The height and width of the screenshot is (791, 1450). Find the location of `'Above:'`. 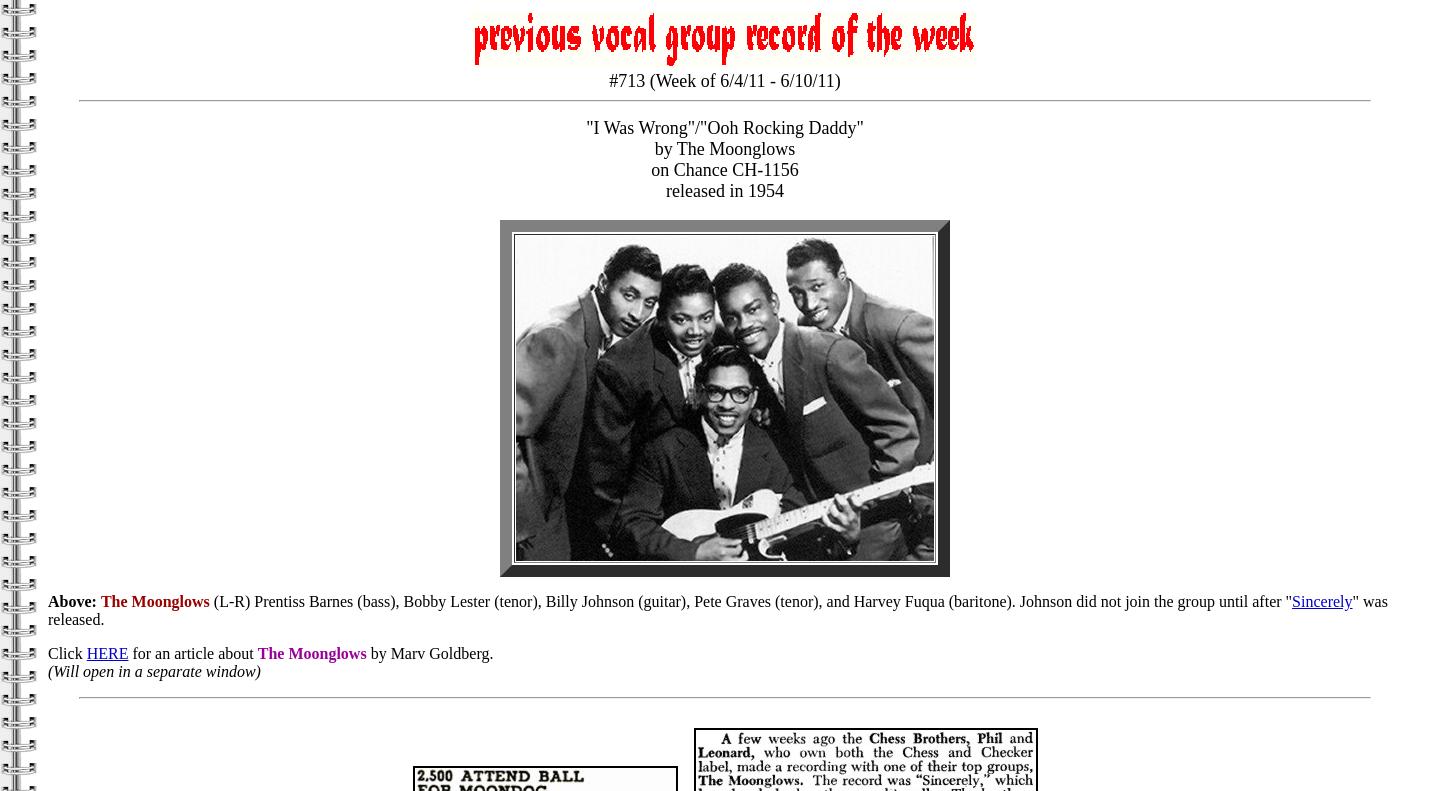

'Above:' is located at coordinates (72, 600).